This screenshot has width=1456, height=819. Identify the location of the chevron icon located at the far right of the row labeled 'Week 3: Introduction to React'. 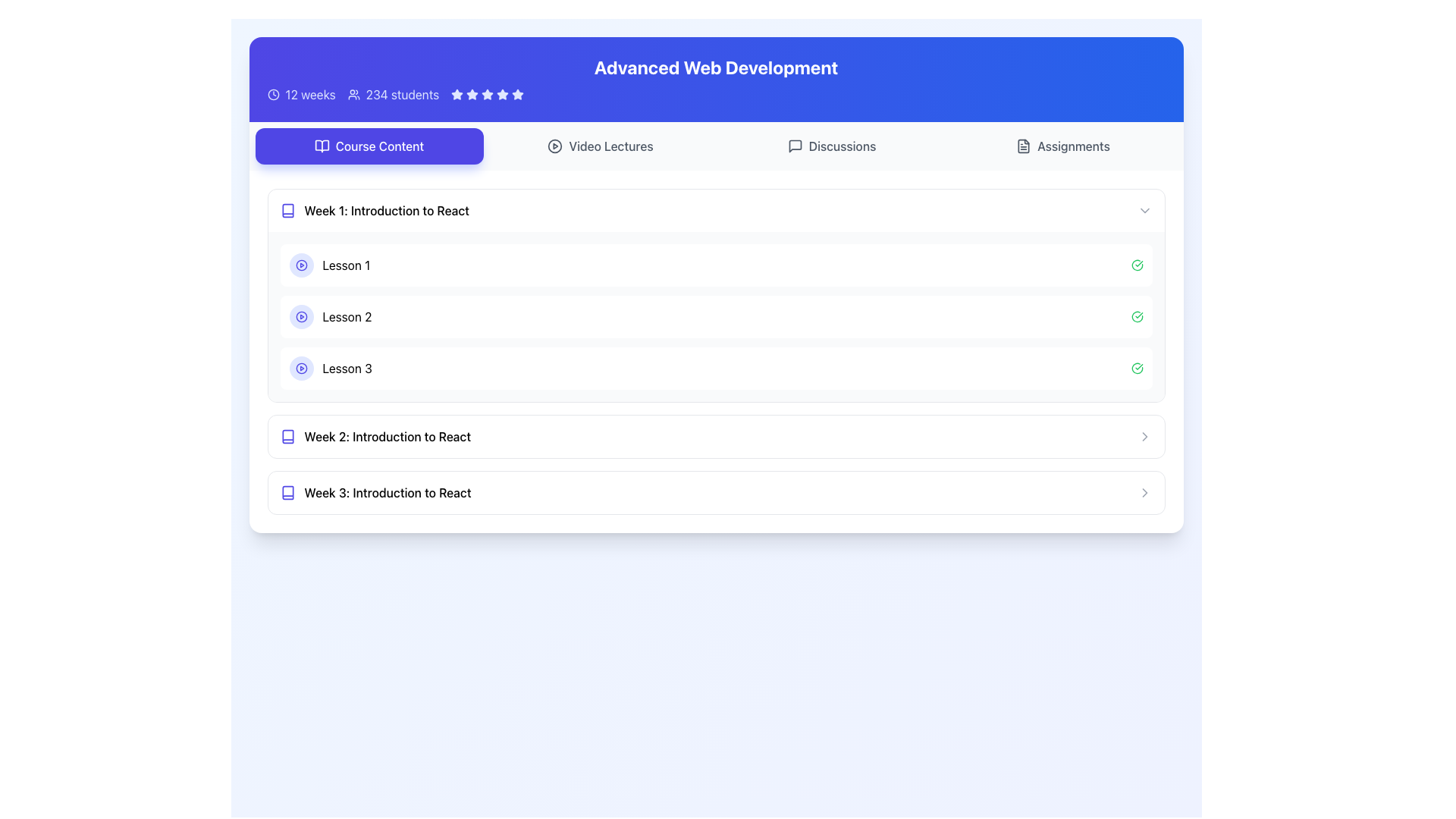
(1144, 493).